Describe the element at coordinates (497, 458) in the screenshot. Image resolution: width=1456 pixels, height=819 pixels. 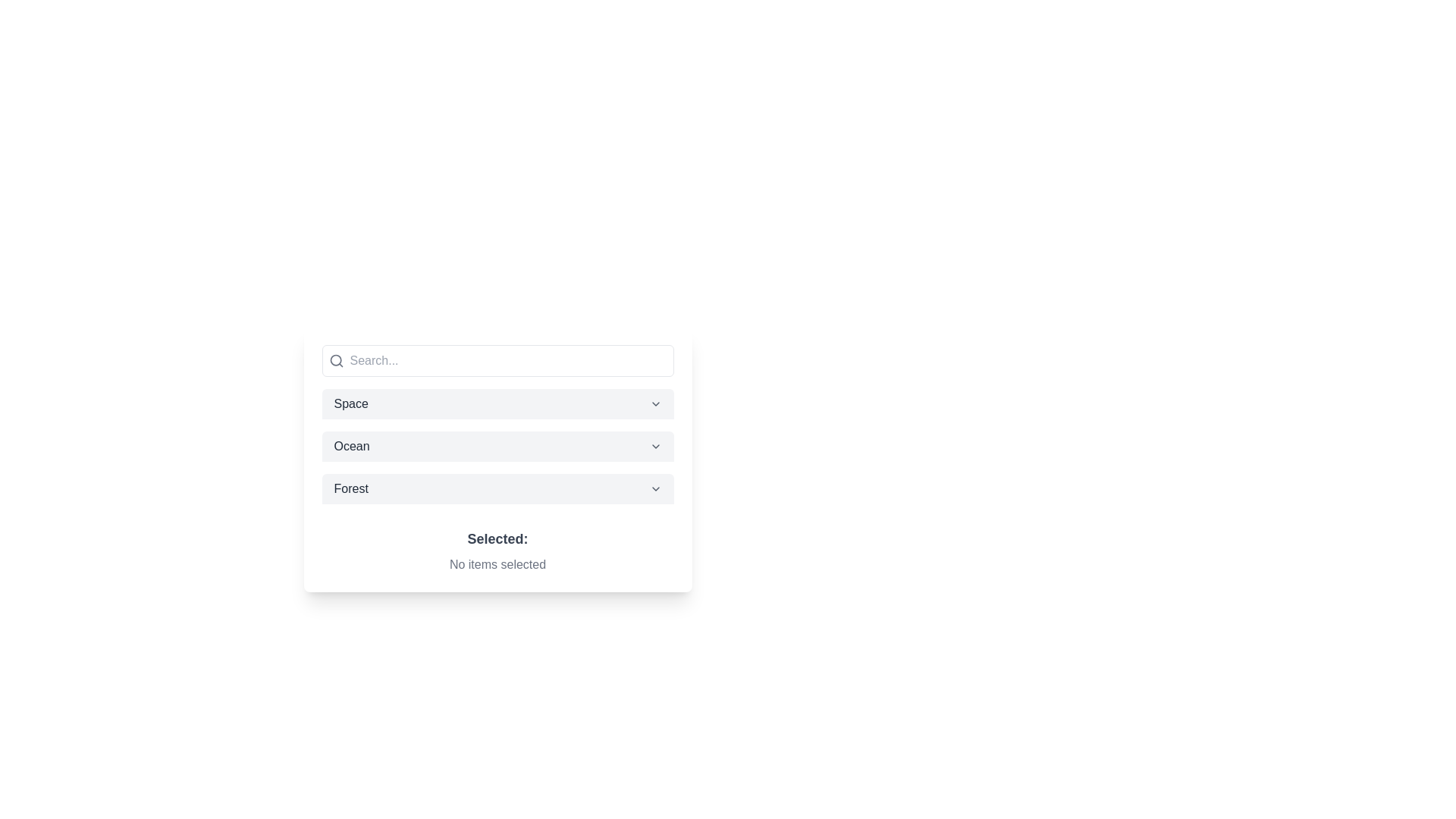
I see `the second dropdown menu labeled 'Ocean'` at that location.